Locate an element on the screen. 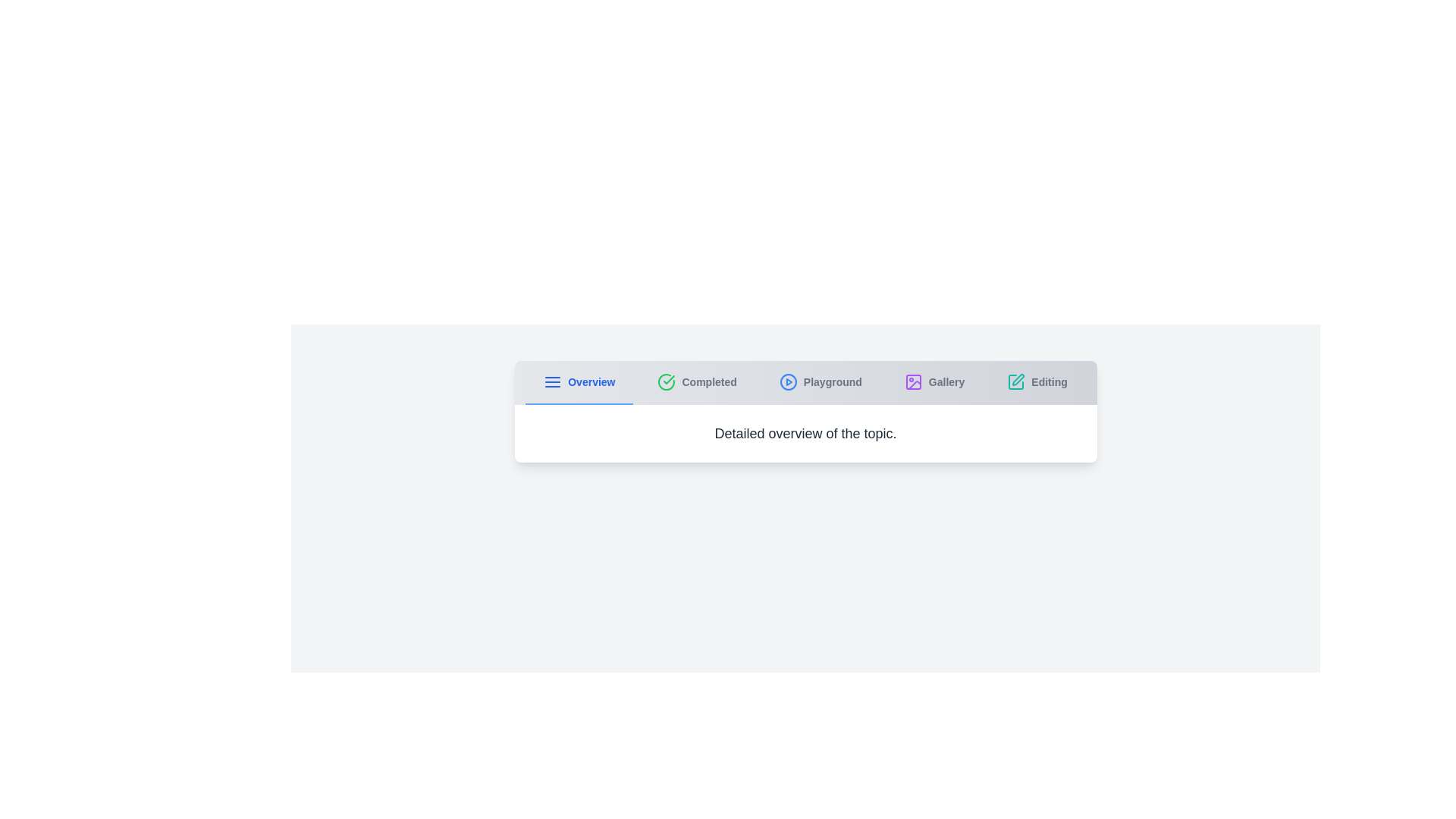 Image resolution: width=1456 pixels, height=819 pixels. the Editing tab to navigate to its content is located at coordinates (1037, 382).